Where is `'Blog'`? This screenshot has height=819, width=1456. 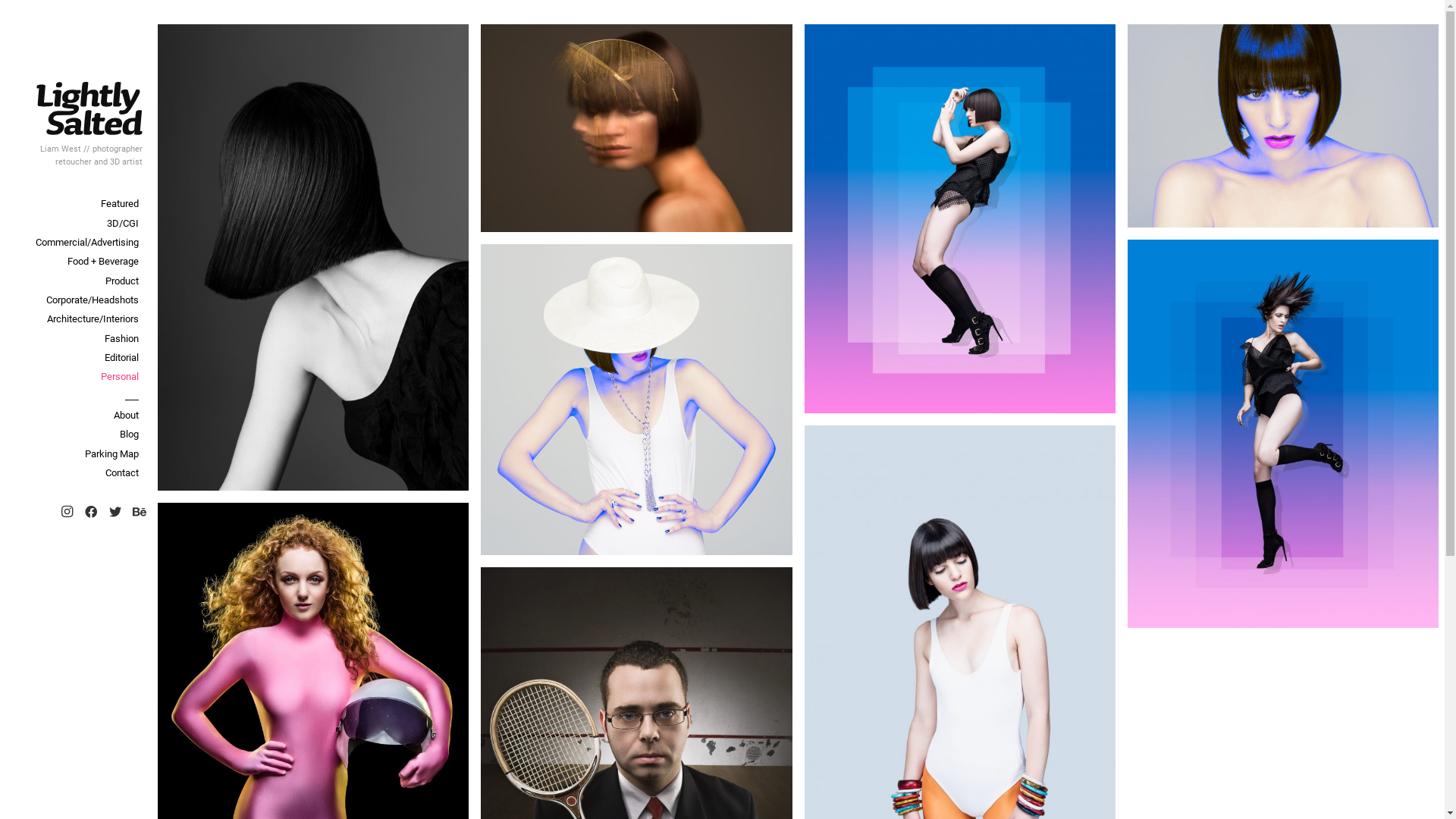 'Blog' is located at coordinates (75, 434).